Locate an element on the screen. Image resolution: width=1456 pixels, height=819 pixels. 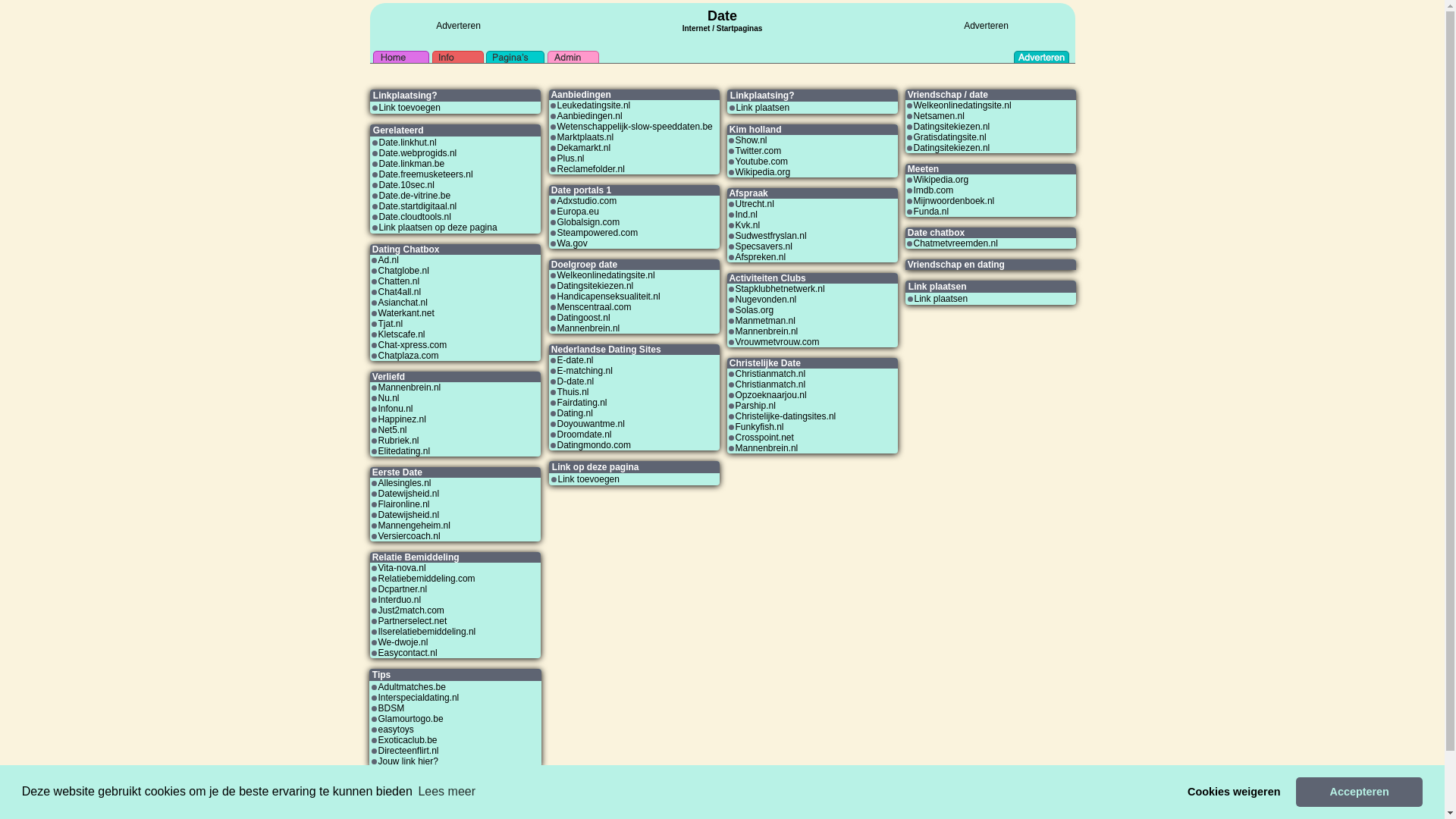
'Adxstudio.com' is located at coordinates (556, 200).